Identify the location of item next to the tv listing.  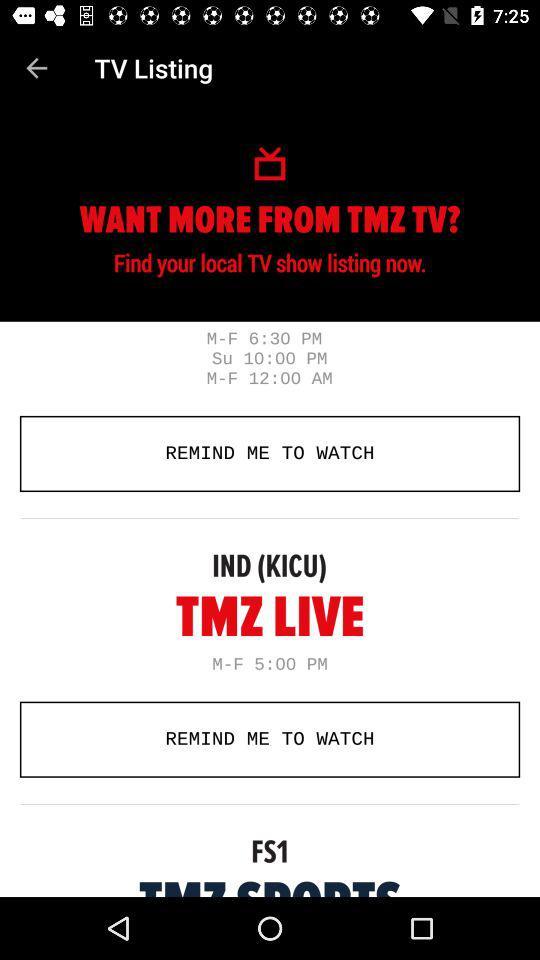
(36, 68).